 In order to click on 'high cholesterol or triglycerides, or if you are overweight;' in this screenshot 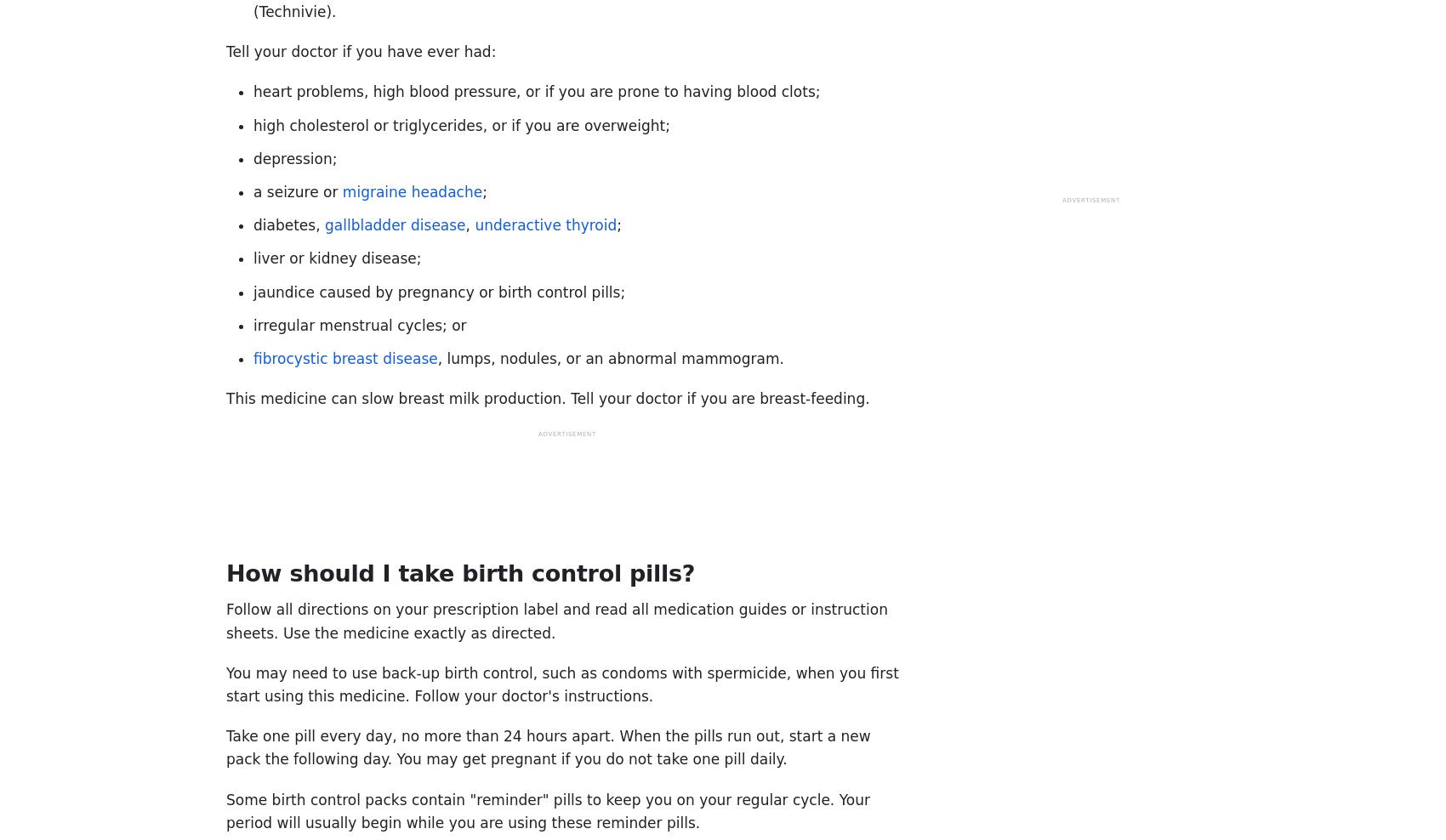, I will do `click(253, 124)`.